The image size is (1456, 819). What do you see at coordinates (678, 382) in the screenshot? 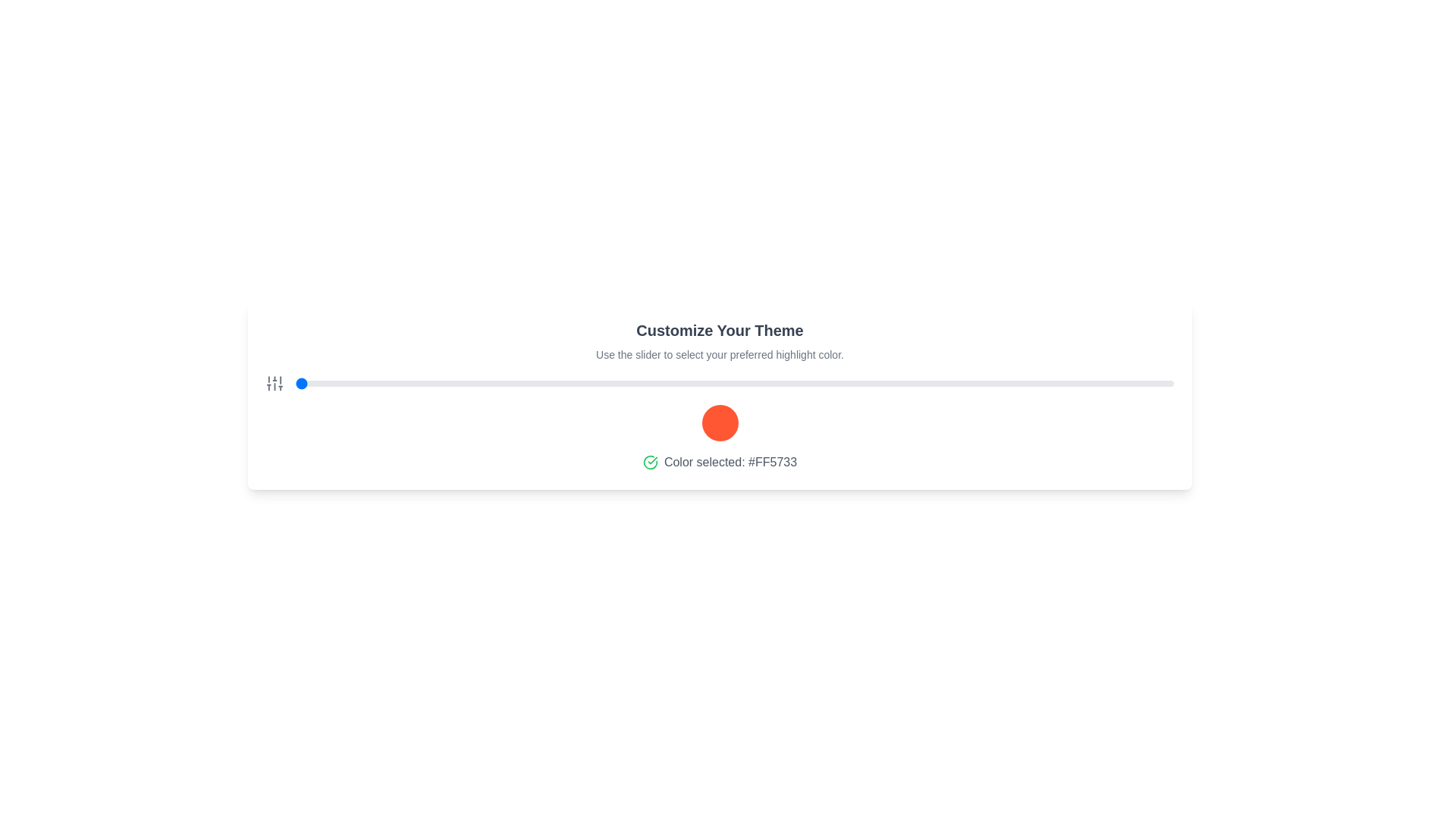
I see `the slider value` at bounding box center [678, 382].